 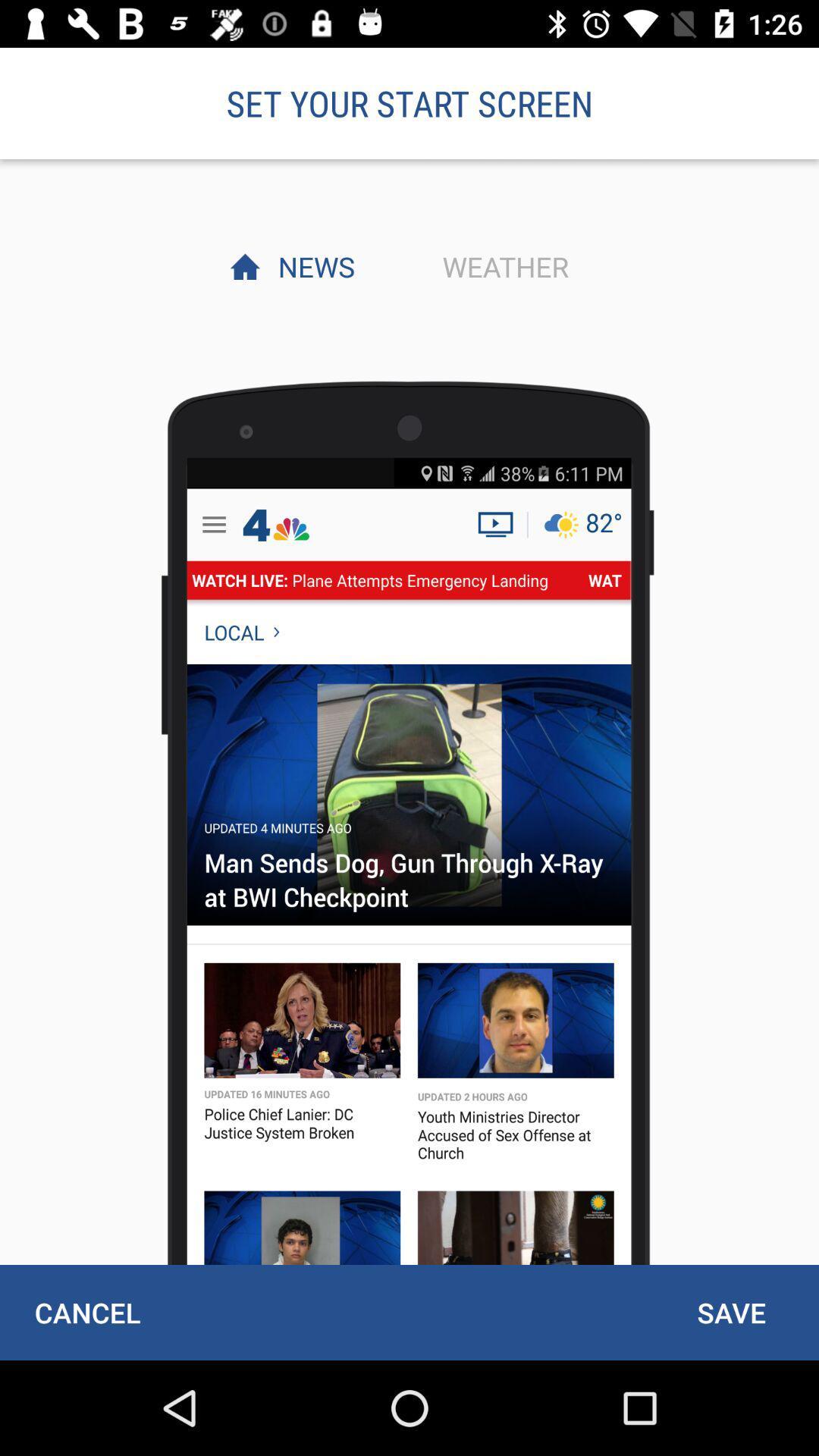 I want to click on the save, so click(x=730, y=1312).